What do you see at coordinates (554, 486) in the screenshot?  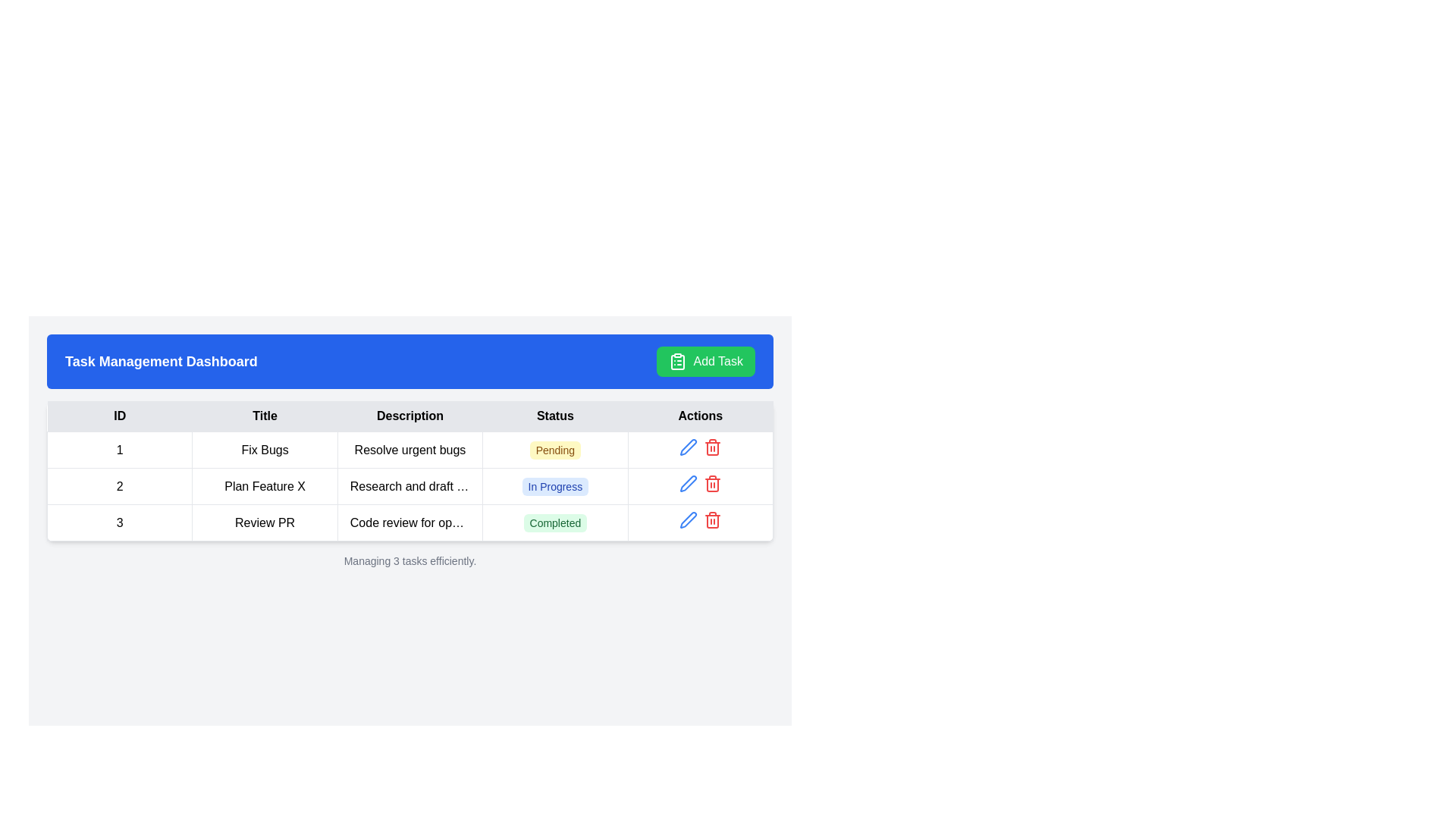 I see `the 'In Progress' status indicator, which is a rectangular button-style label with a soft blue background located in the 'Status' column of the task management table for the task 'Plan Feature X'` at bounding box center [554, 486].